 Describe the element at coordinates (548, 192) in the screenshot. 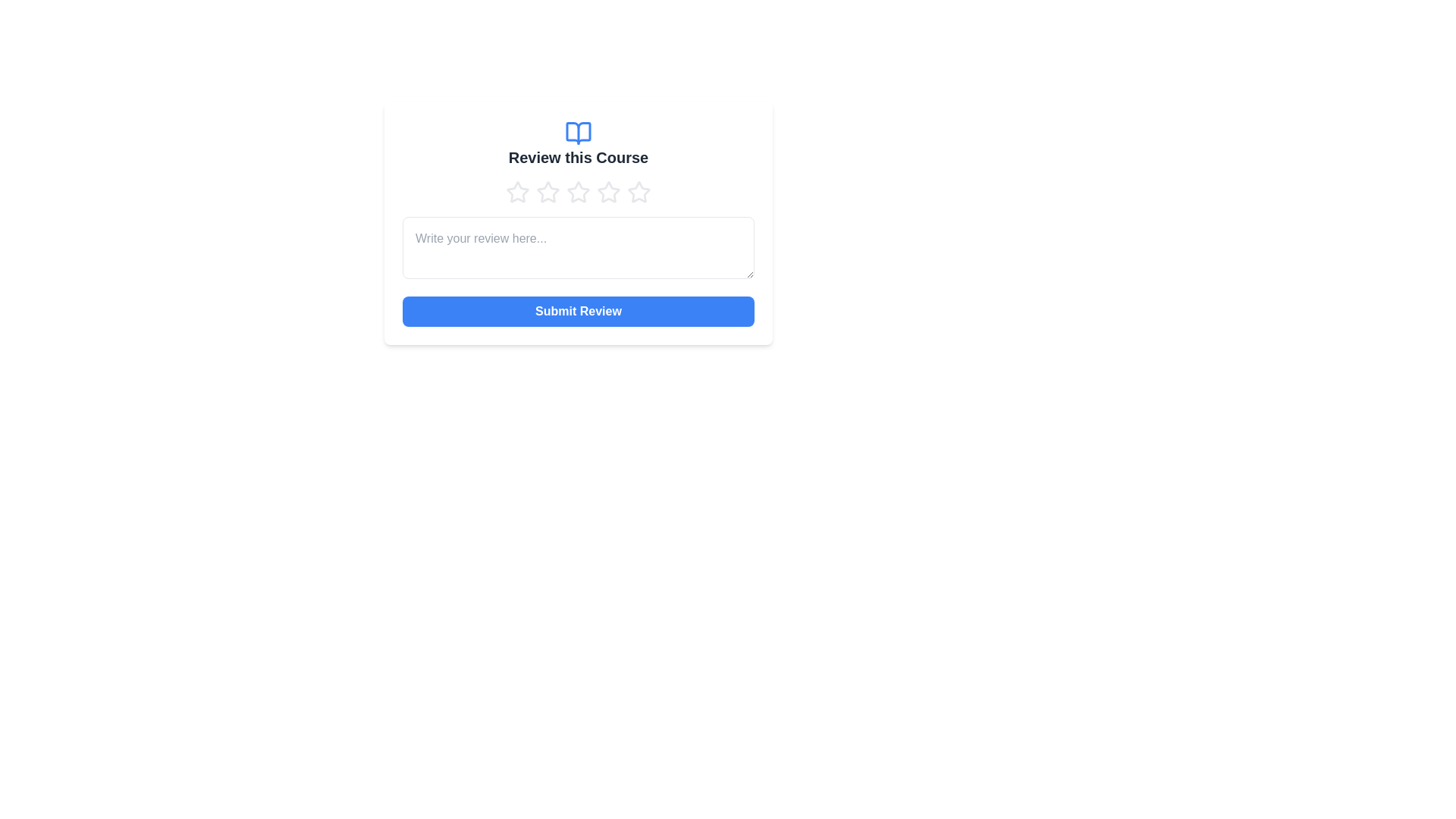

I see `the third star from the left in the rating system below the 'Review this Course' title` at that location.